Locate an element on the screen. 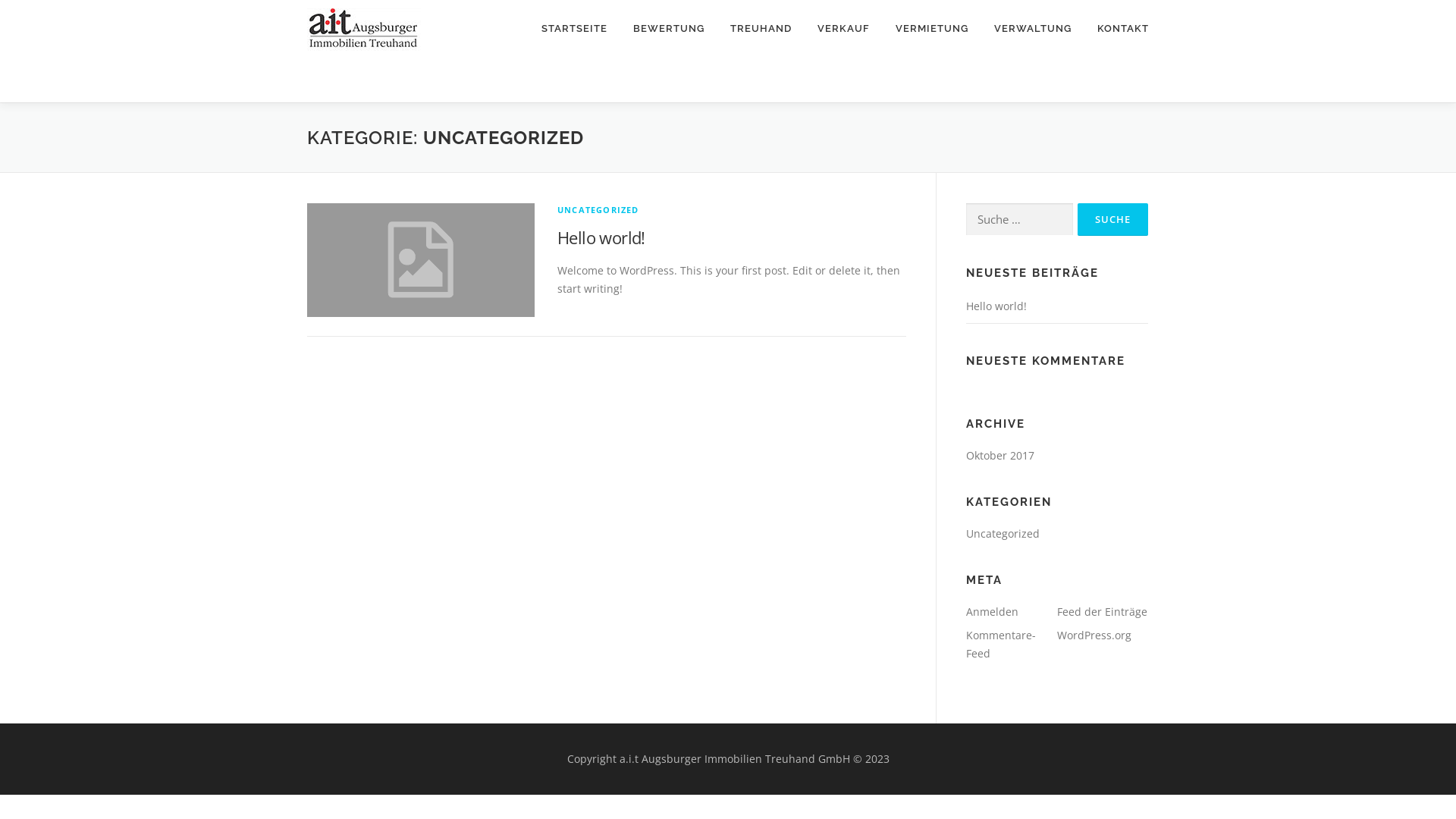 This screenshot has width=1456, height=819. 'VERMIETUNG' is located at coordinates (930, 28).